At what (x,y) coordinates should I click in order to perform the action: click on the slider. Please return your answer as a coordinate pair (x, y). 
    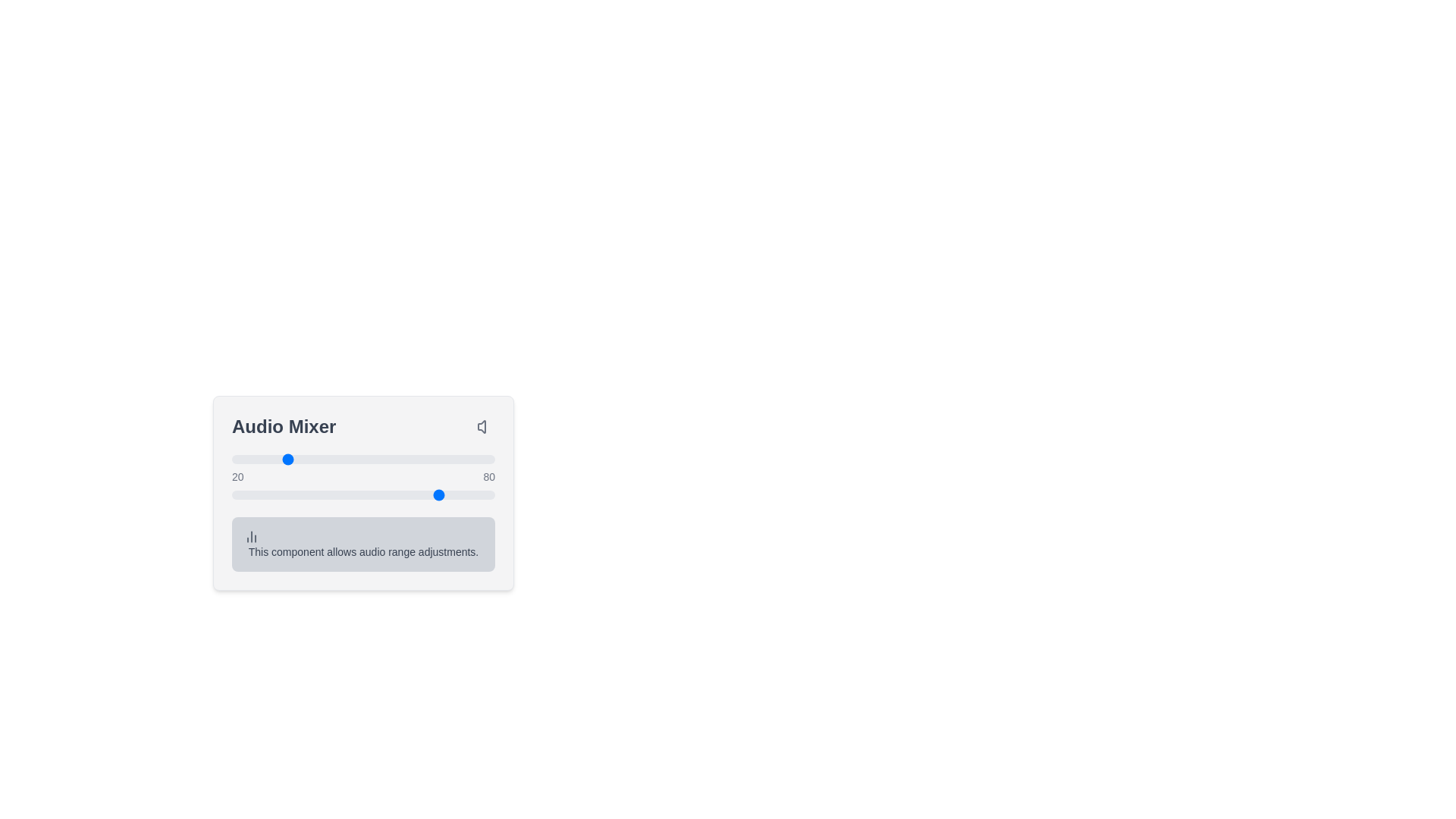
    Looking at the image, I should click on (479, 458).